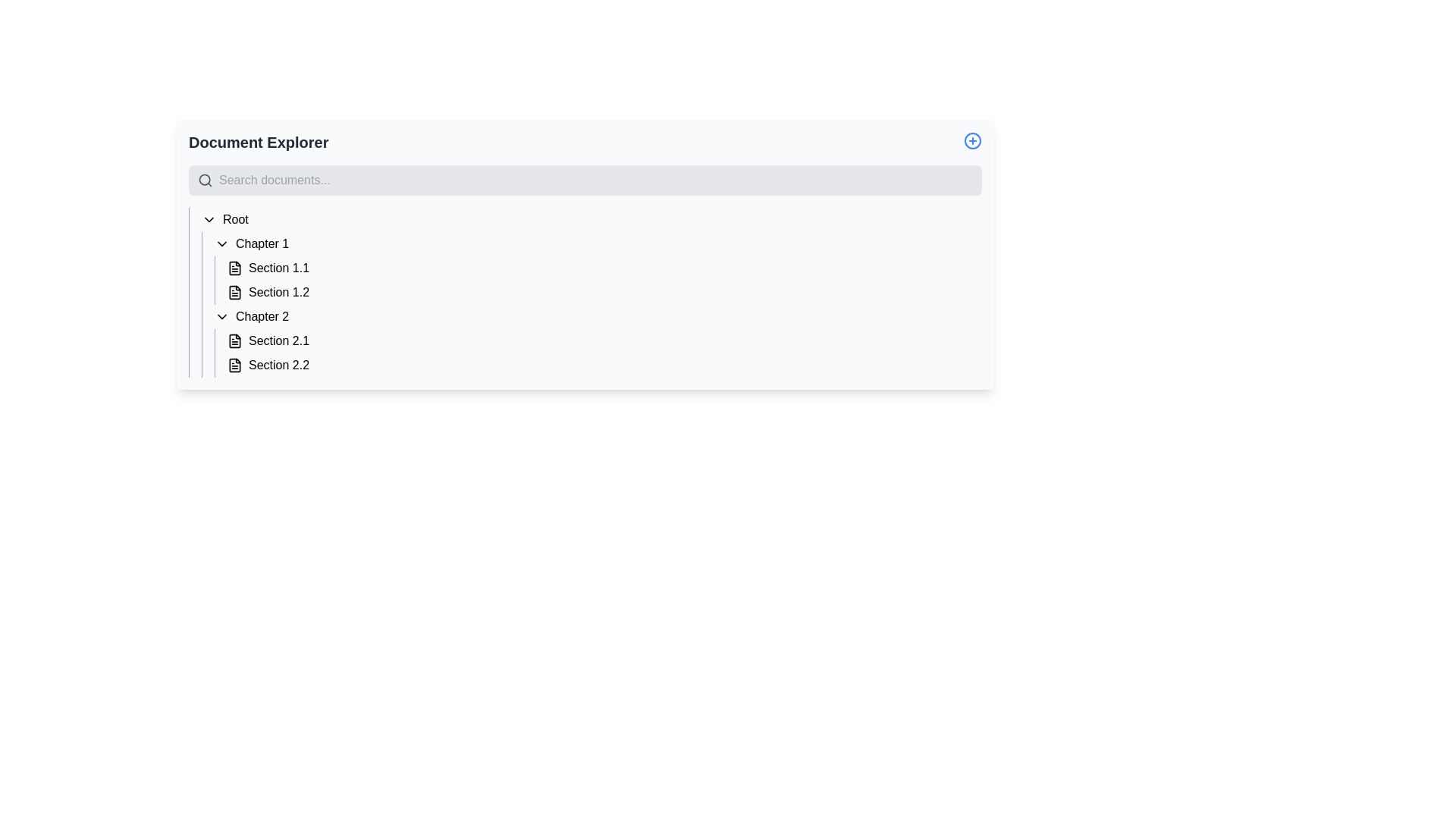 Image resolution: width=1456 pixels, height=819 pixels. What do you see at coordinates (234, 219) in the screenshot?
I see `the text label that serves as the title for the root node of the document tree structure, positioned between a chevron icon and additional entries` at bounding box center [234, 219].